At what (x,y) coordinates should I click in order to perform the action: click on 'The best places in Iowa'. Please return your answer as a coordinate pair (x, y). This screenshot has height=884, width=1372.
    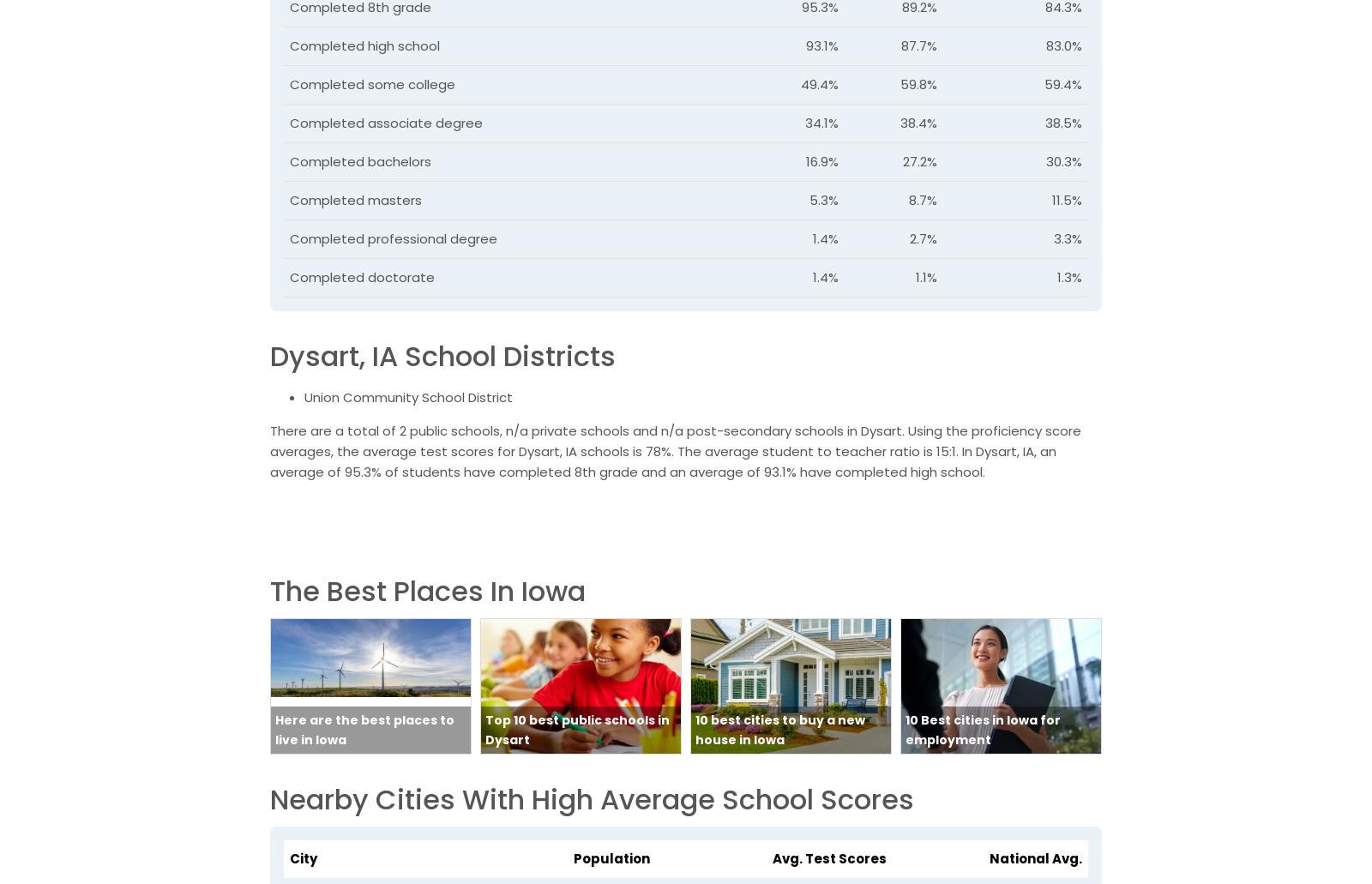
    Looking at the image, I should click on (427, 590).